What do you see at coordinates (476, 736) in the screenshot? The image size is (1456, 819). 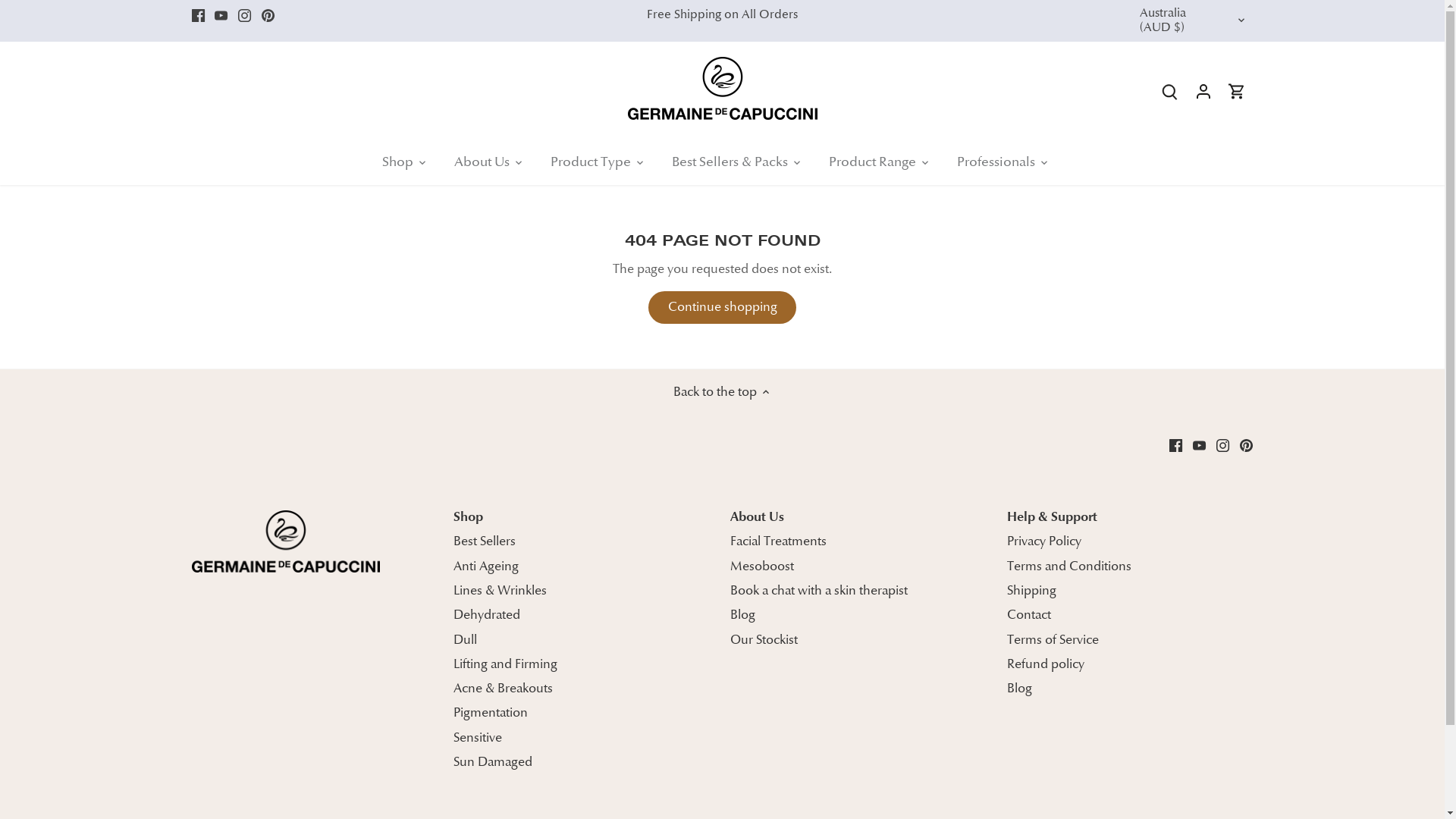 I see `'Sensitive'` at bounding box center [476, 736].